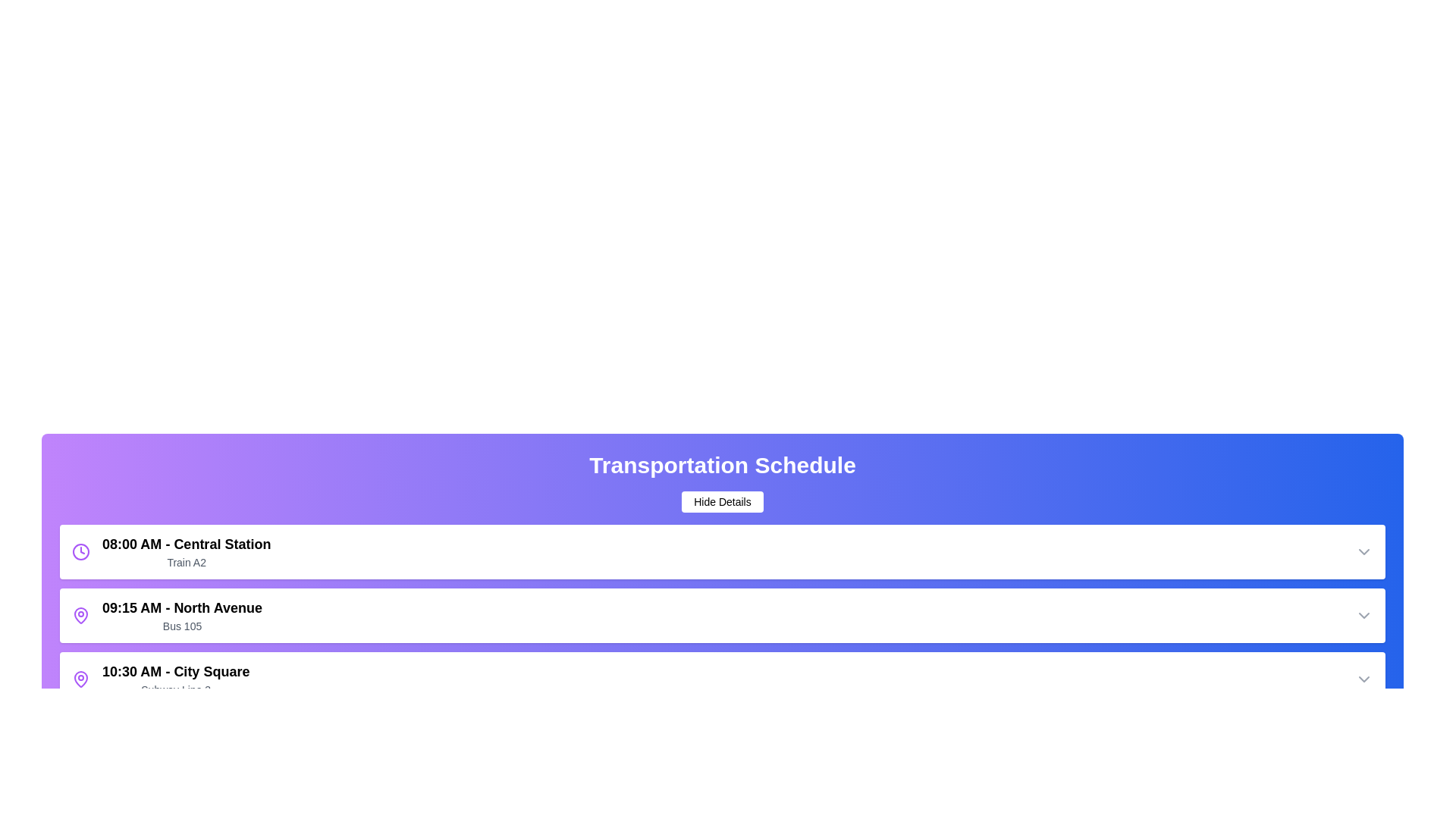 The height and width of the screenshot is (819, 1456). What do you see at coordinates (722, 464) in the screenshot?
I see `the text of the schedule title` at bounding box center [722, 464].